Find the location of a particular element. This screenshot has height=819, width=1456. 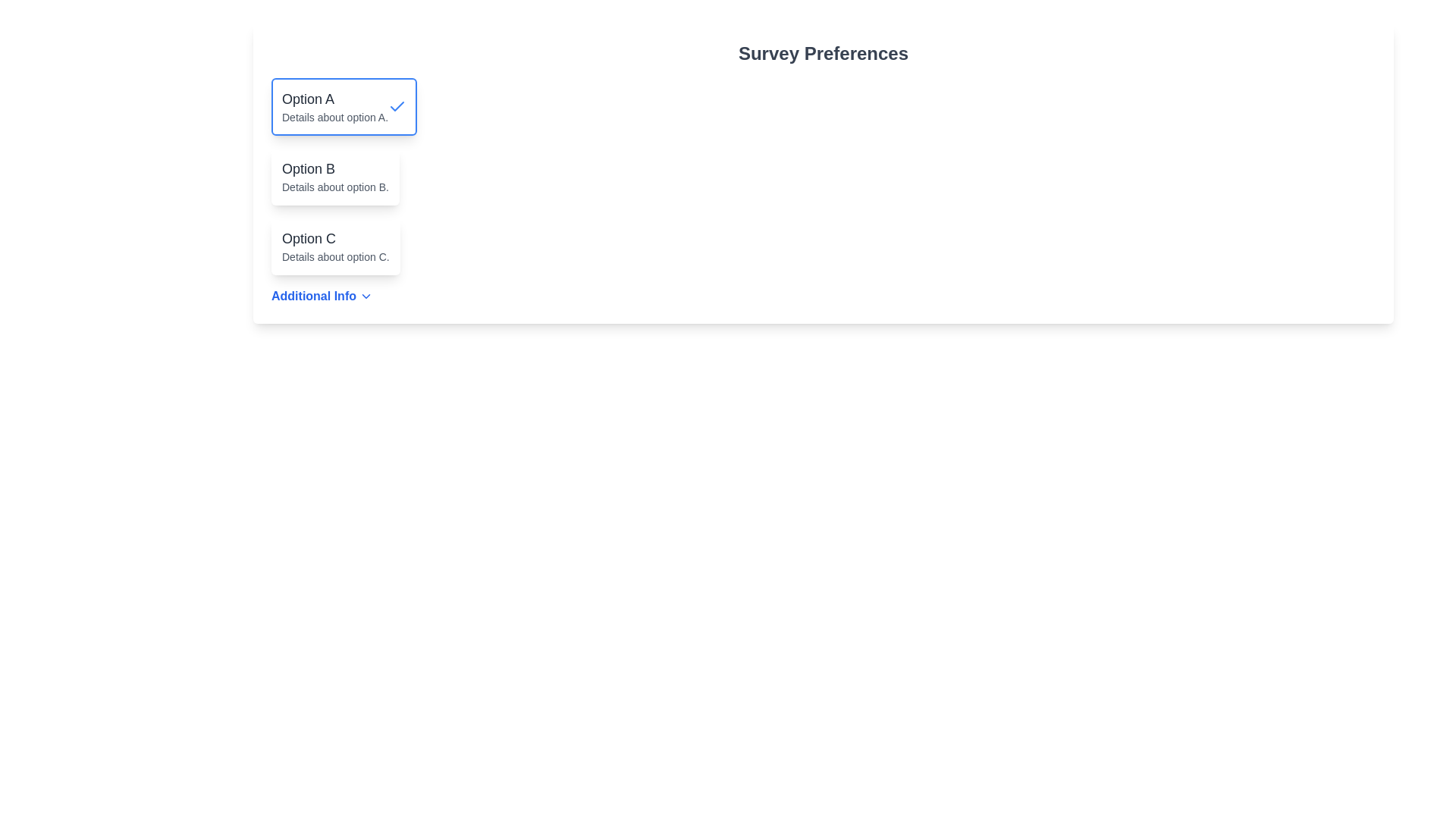

the chevron icon located to the right of the 'Additional Info' text is located at coordinates (366, 296).